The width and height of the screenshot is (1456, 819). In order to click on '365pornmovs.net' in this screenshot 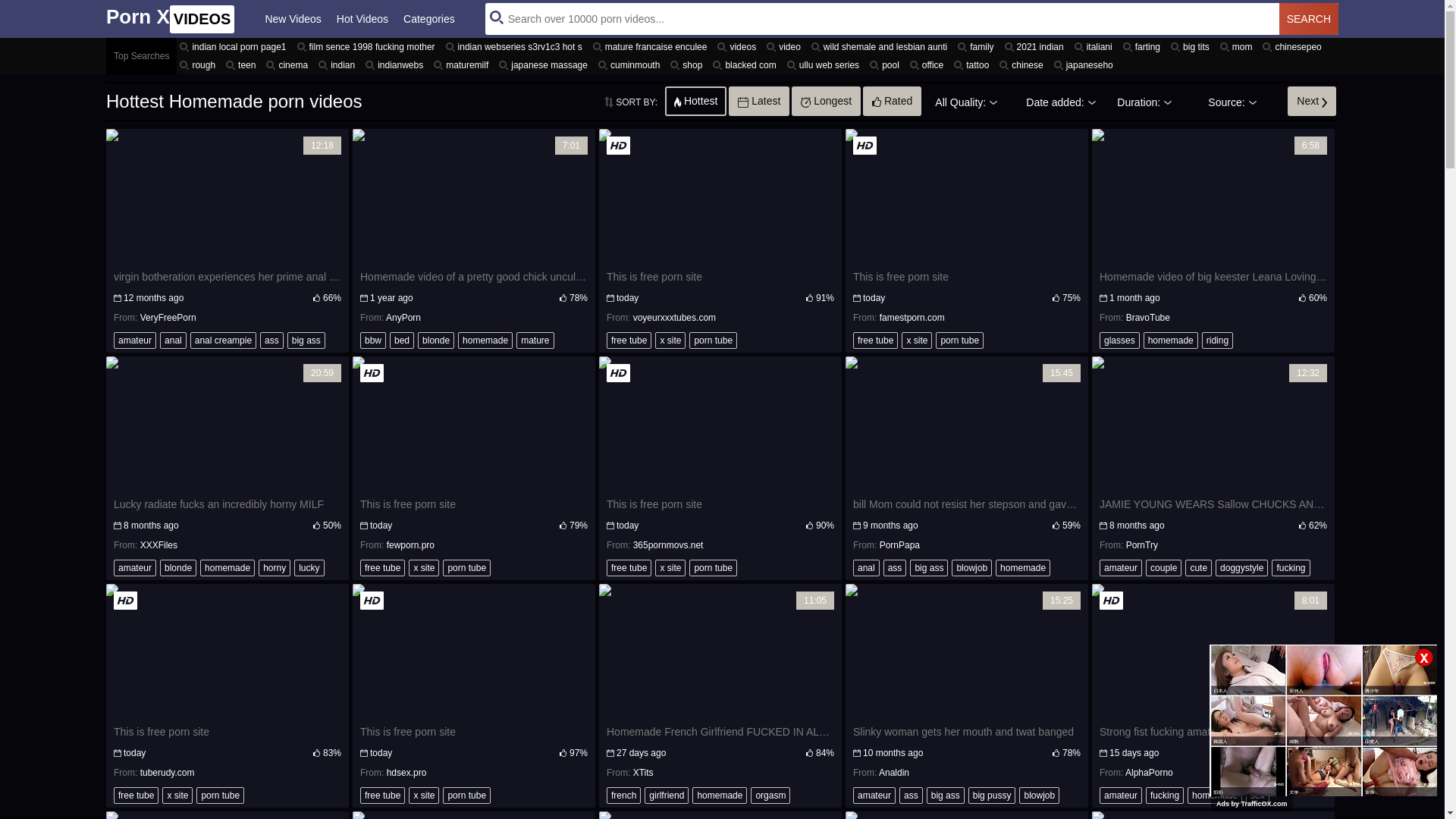, I will do `click(667, 544)`.